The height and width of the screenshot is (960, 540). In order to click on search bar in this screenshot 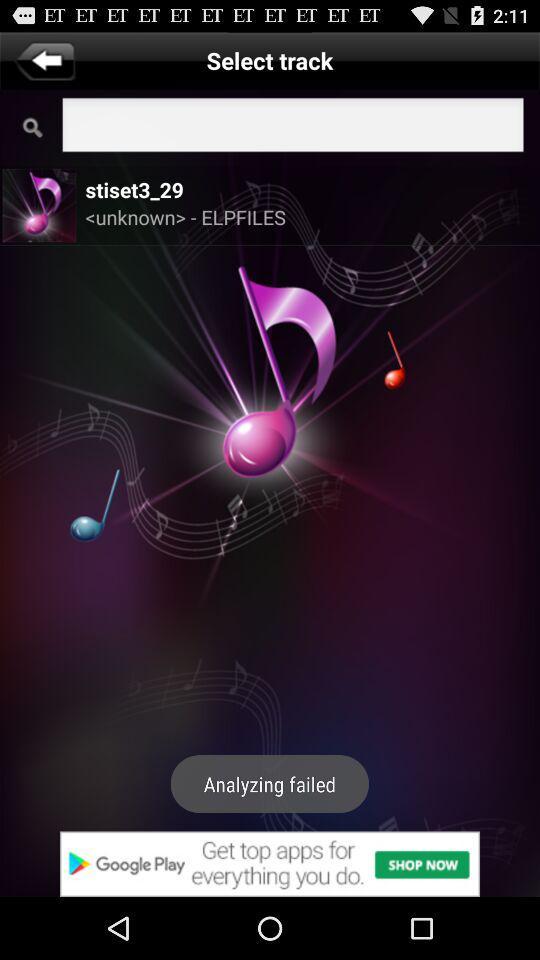, I will do `click(292, 126)`.